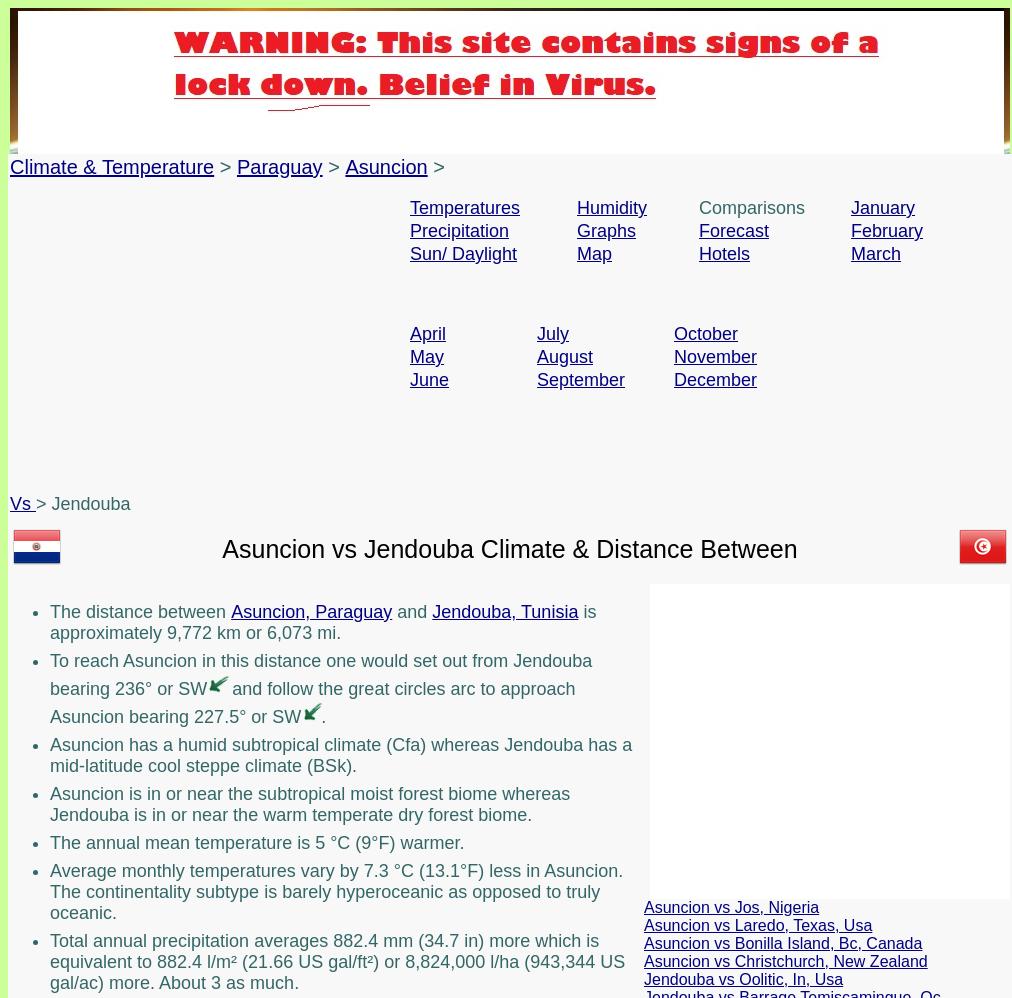 The height and width of the screenshot is (998, 1012). I want to click on 'Asuncion vs Jos, Nigeria', so click(731, 906).